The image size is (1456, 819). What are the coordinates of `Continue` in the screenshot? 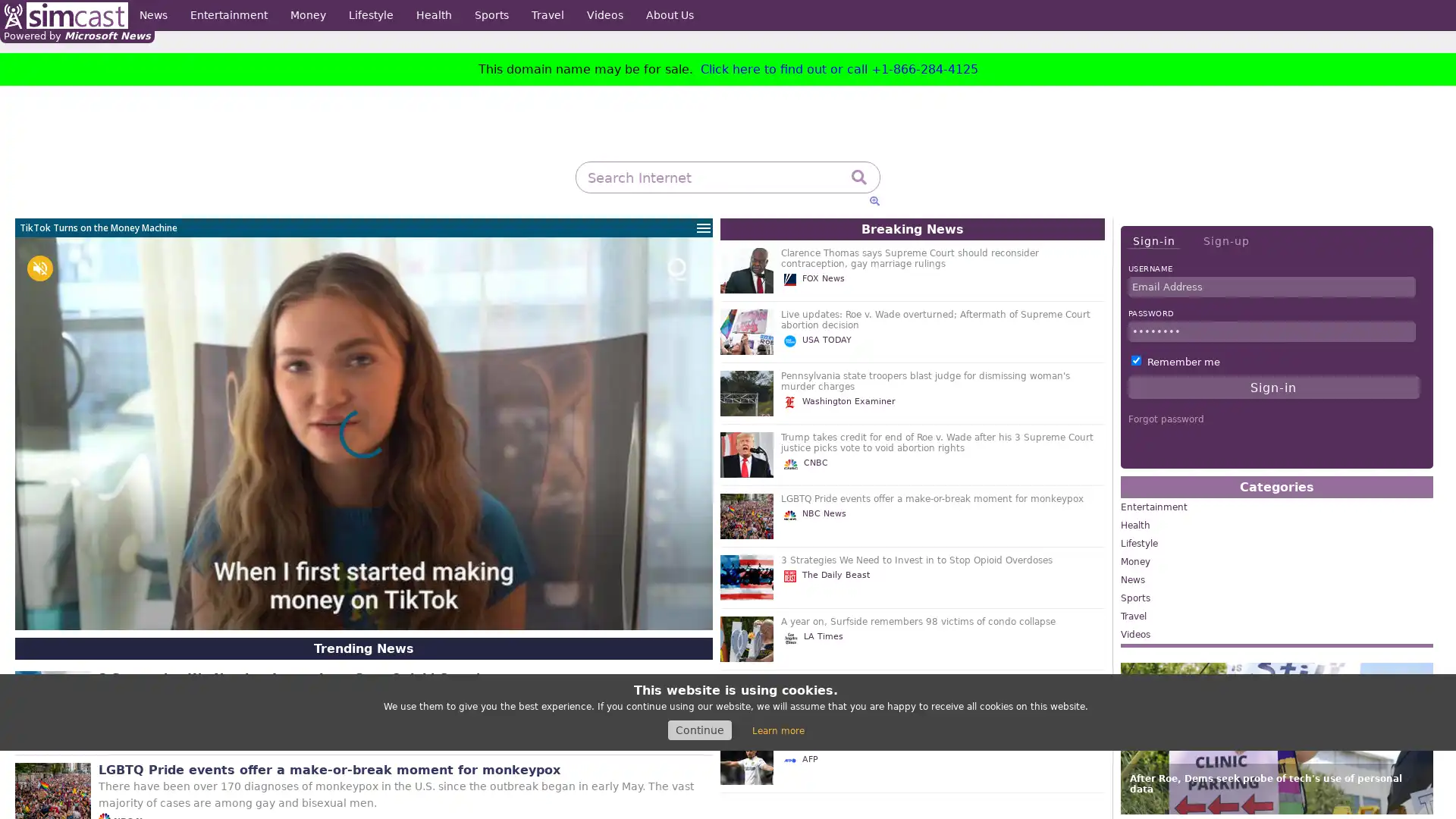 It's located at (698, 730).